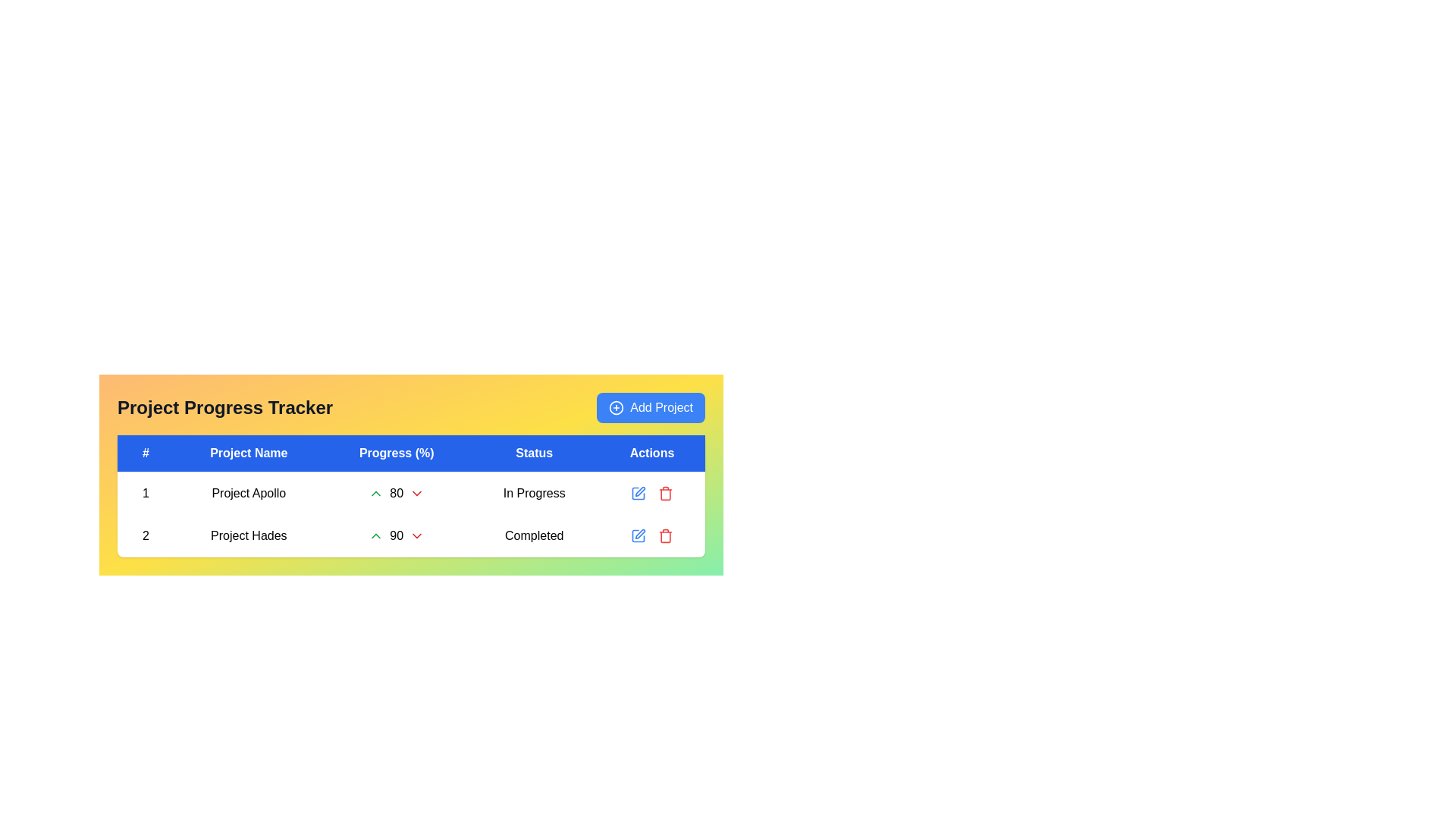 Image resolution: width=1456 pixels, height=819 pixels. I want to click on the text label displaying the project name, located in the second row of the table under the 'Project Name' column in the 'Project Progress Tracker' interface, so click(249, 535).